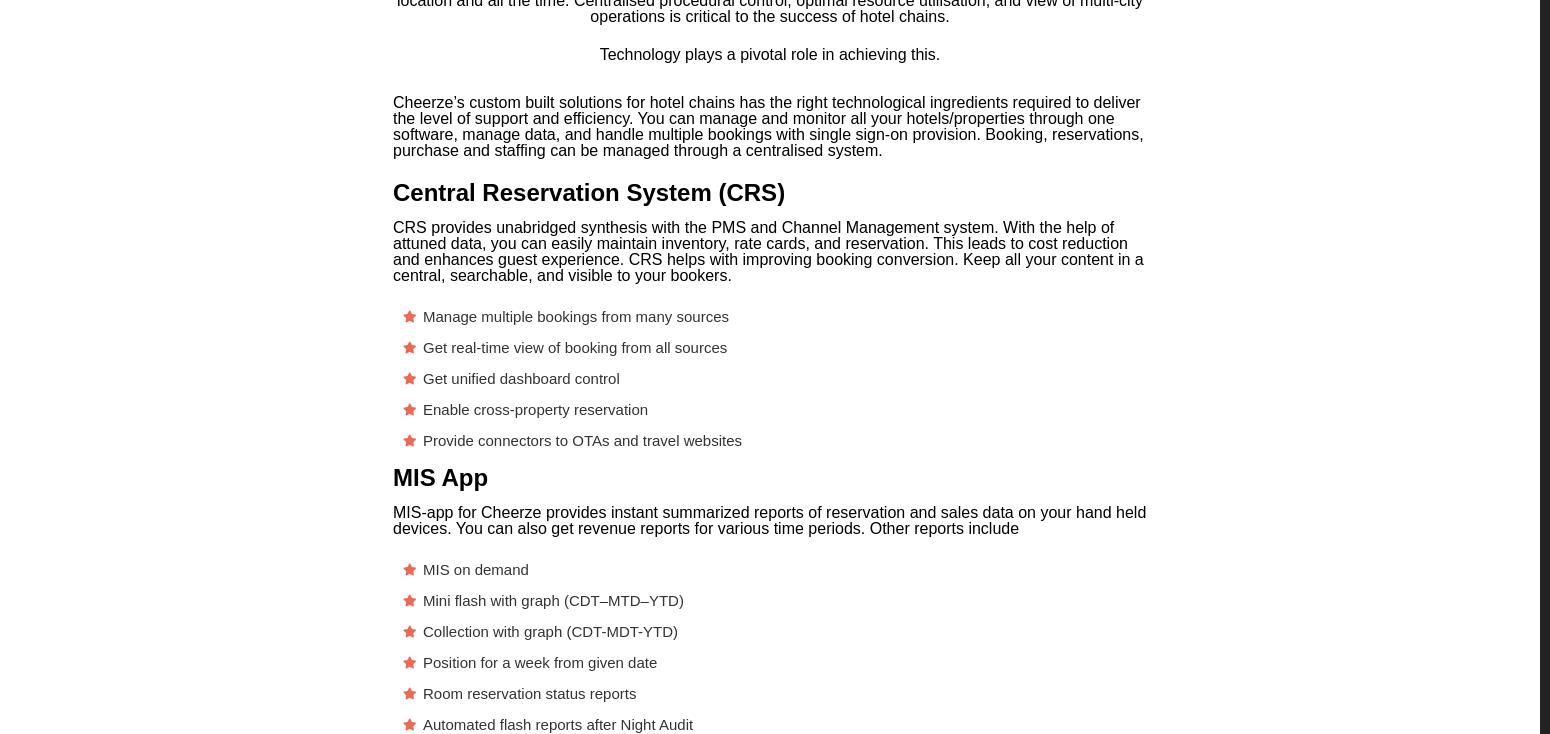 This screenshot has width=1550, height=734. I want to click on 'Collection with graph (CDT-MDT-YTD)', so click(550, 630).